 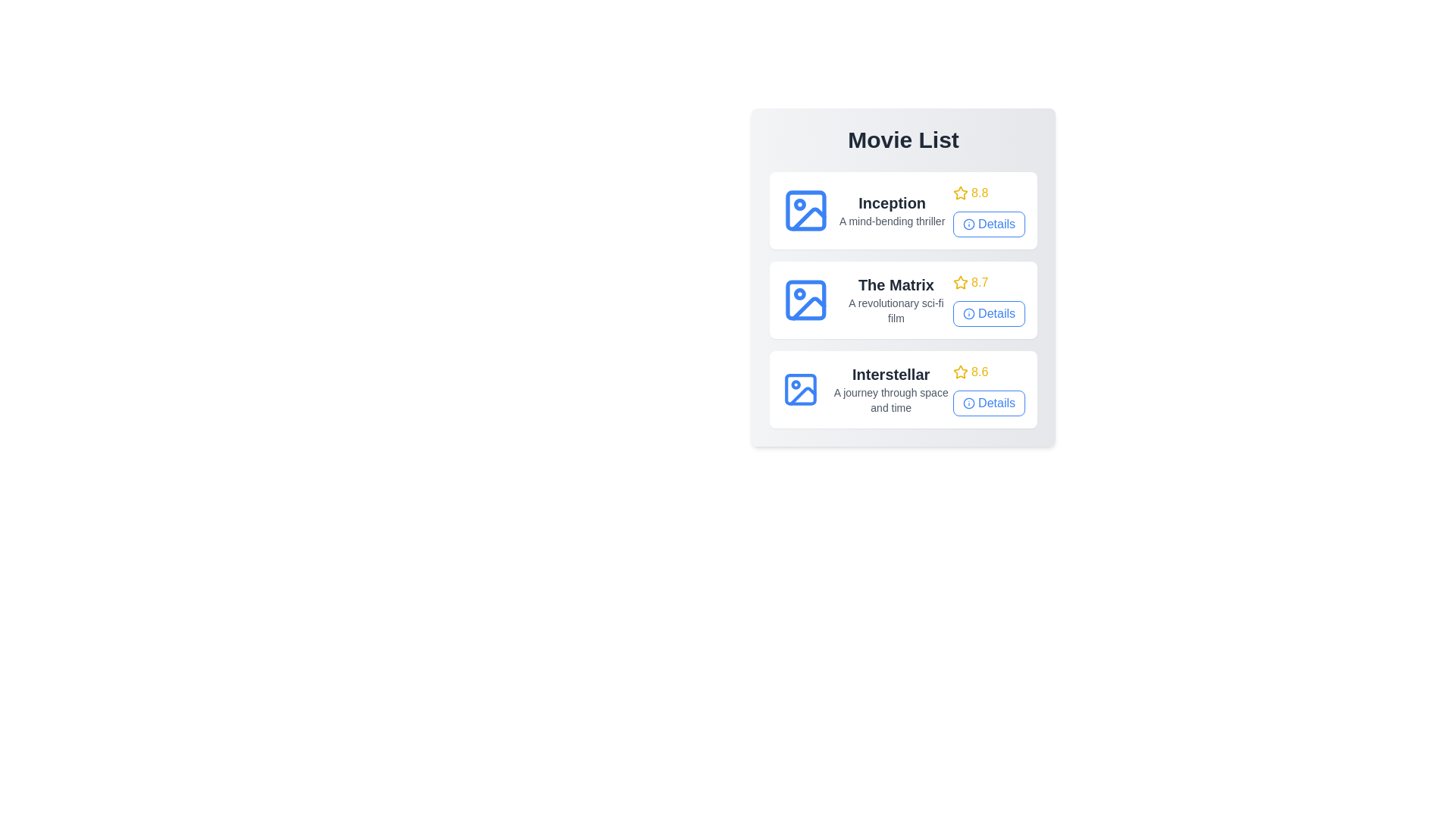 What do you see at coordinates (892, 202) in the screenshot?
I see `the title of the movie Inception` at bounding box center [892, 202].